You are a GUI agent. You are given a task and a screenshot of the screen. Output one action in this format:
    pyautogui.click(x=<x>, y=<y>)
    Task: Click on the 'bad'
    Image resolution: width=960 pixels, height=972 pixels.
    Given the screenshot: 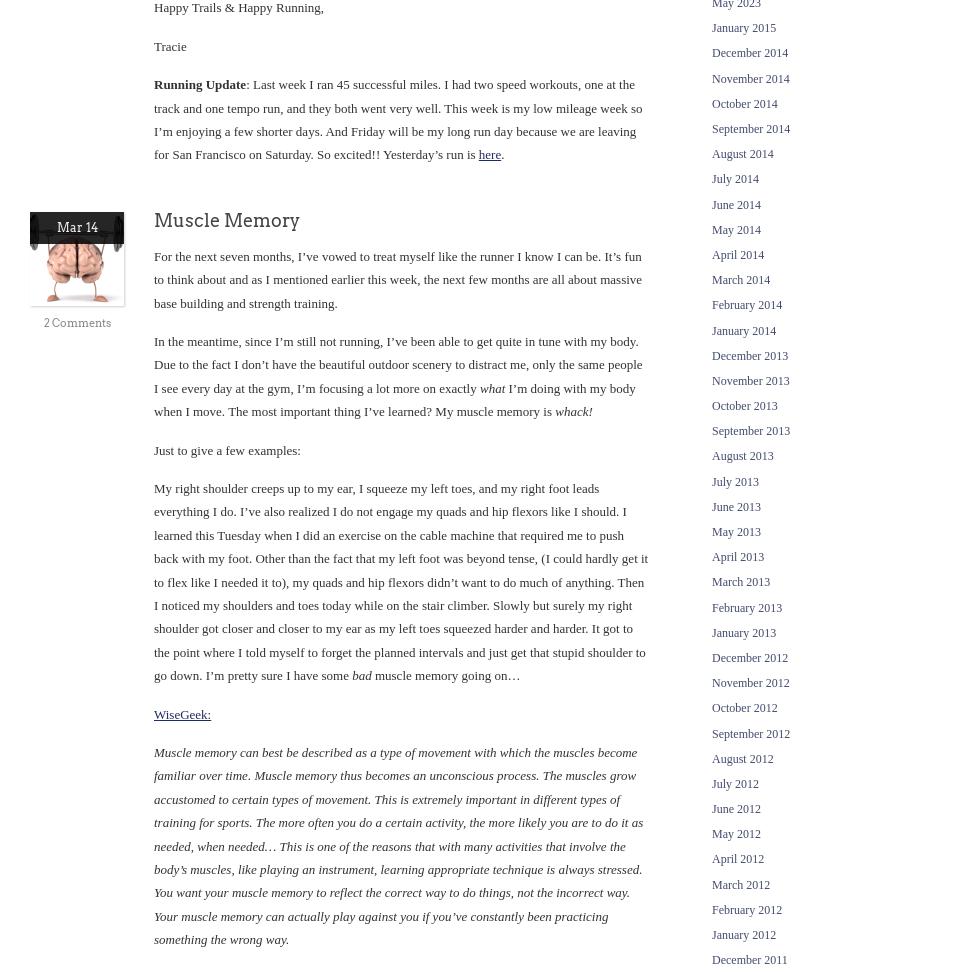 What is the action you would take?
    pyautogui.click(x=360, y=674)
    